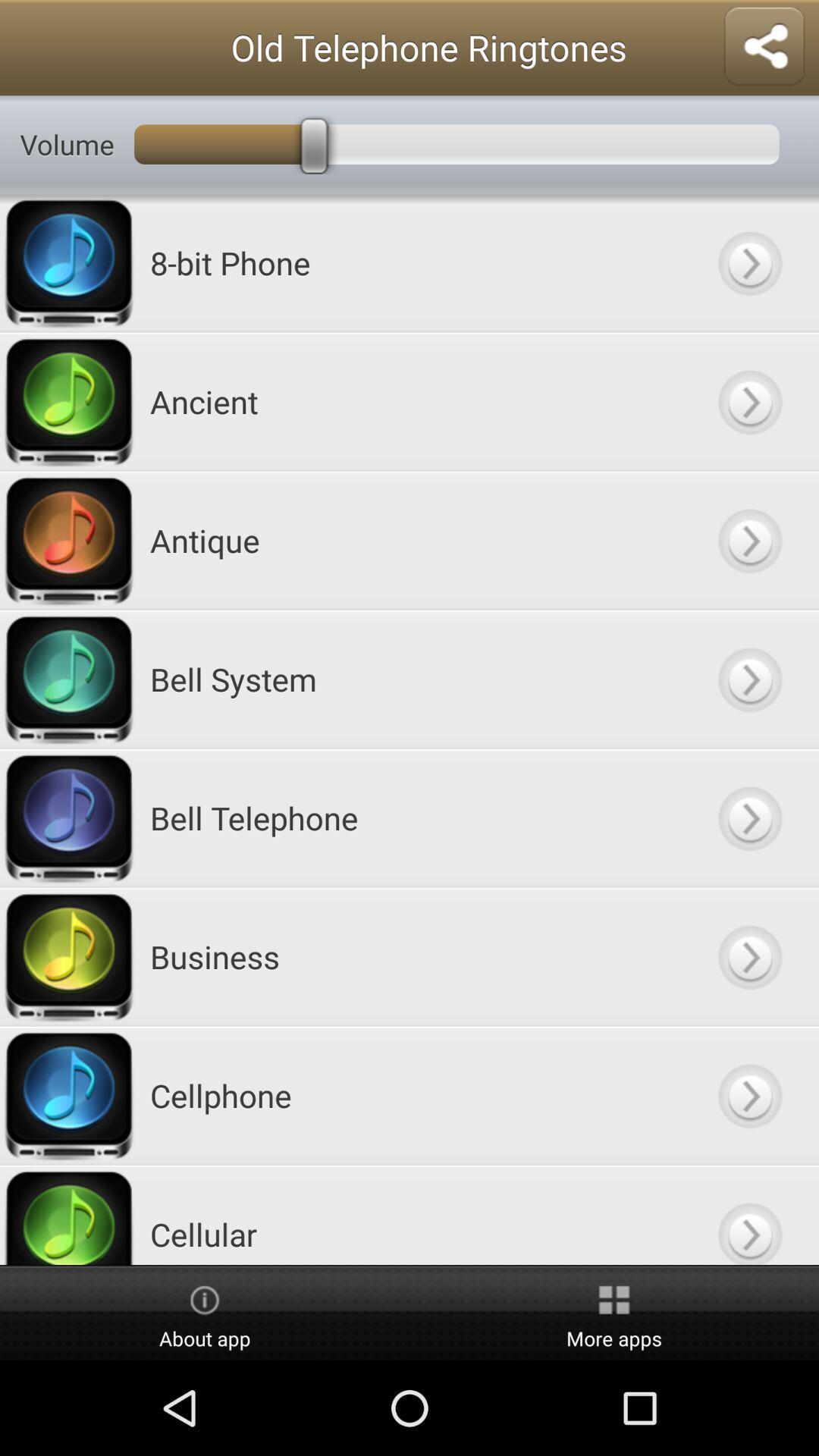  Describe the element at coordinates (748, 540) in the screenshot. I see `open button` at that location.